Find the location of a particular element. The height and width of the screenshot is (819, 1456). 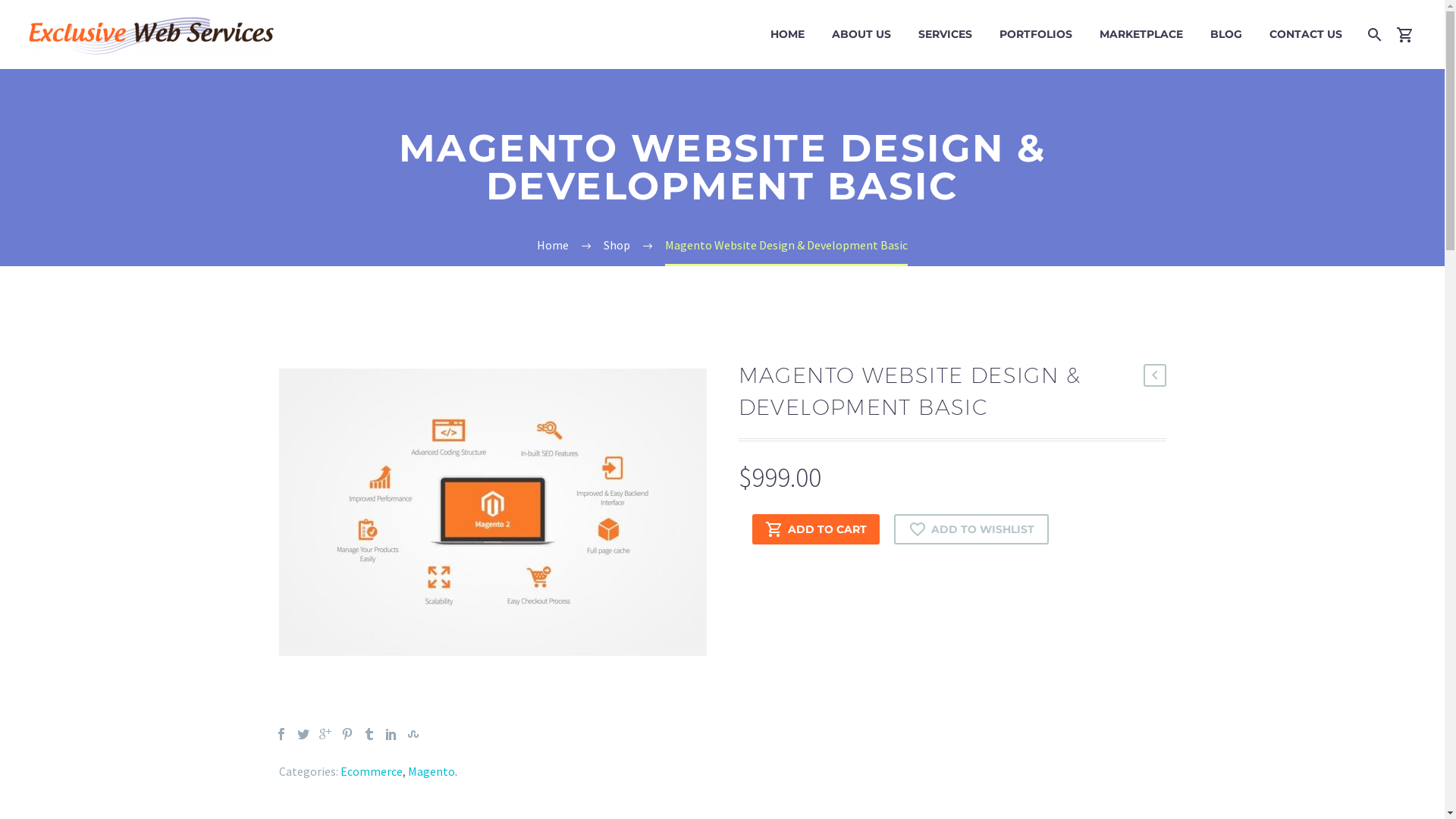

'LinkedIn' is located at coordinates (391, 733).